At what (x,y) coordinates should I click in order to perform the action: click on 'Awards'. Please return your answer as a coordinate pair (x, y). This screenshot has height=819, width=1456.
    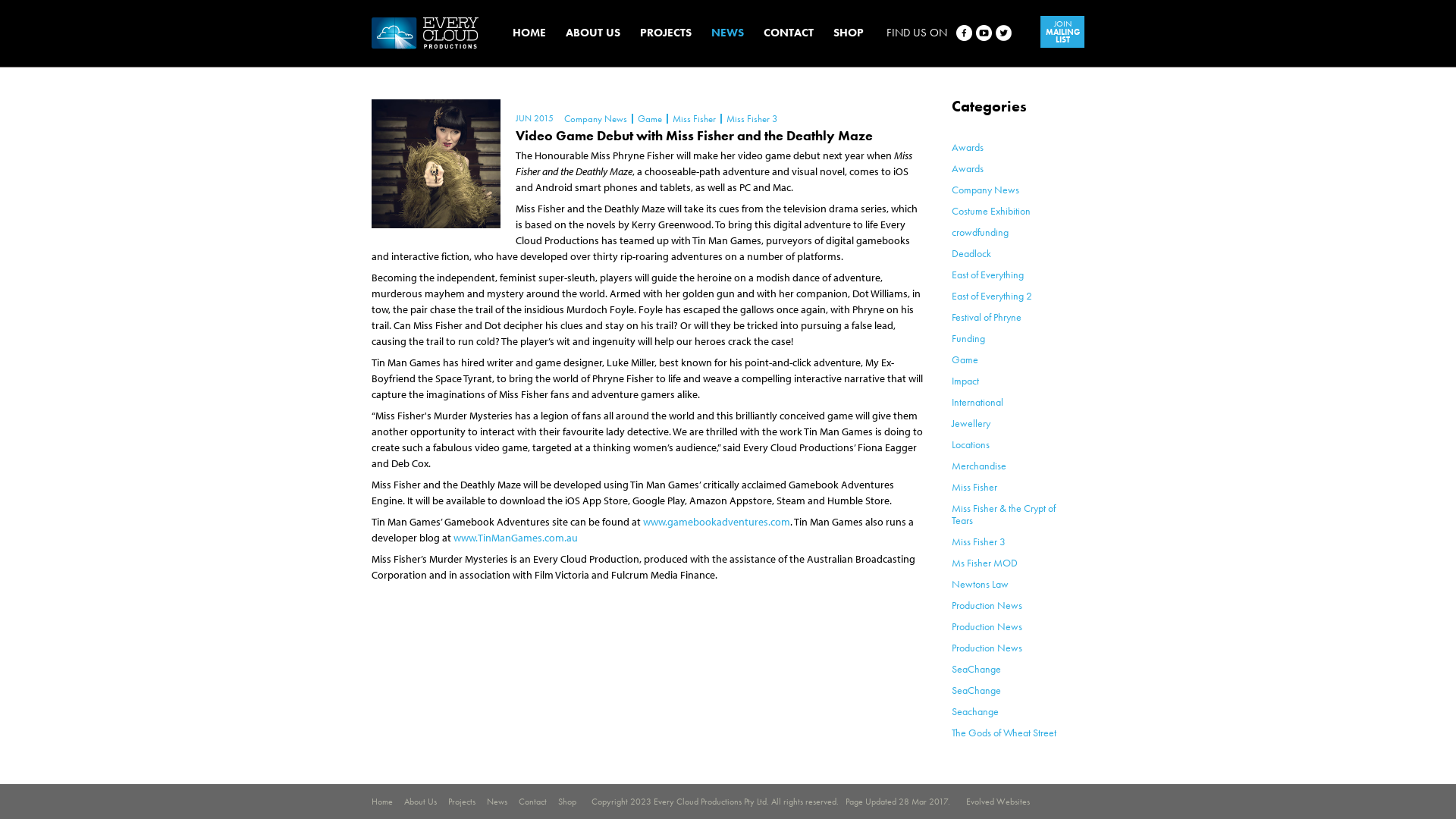
    Looking at the image, I should click on (967, 146).